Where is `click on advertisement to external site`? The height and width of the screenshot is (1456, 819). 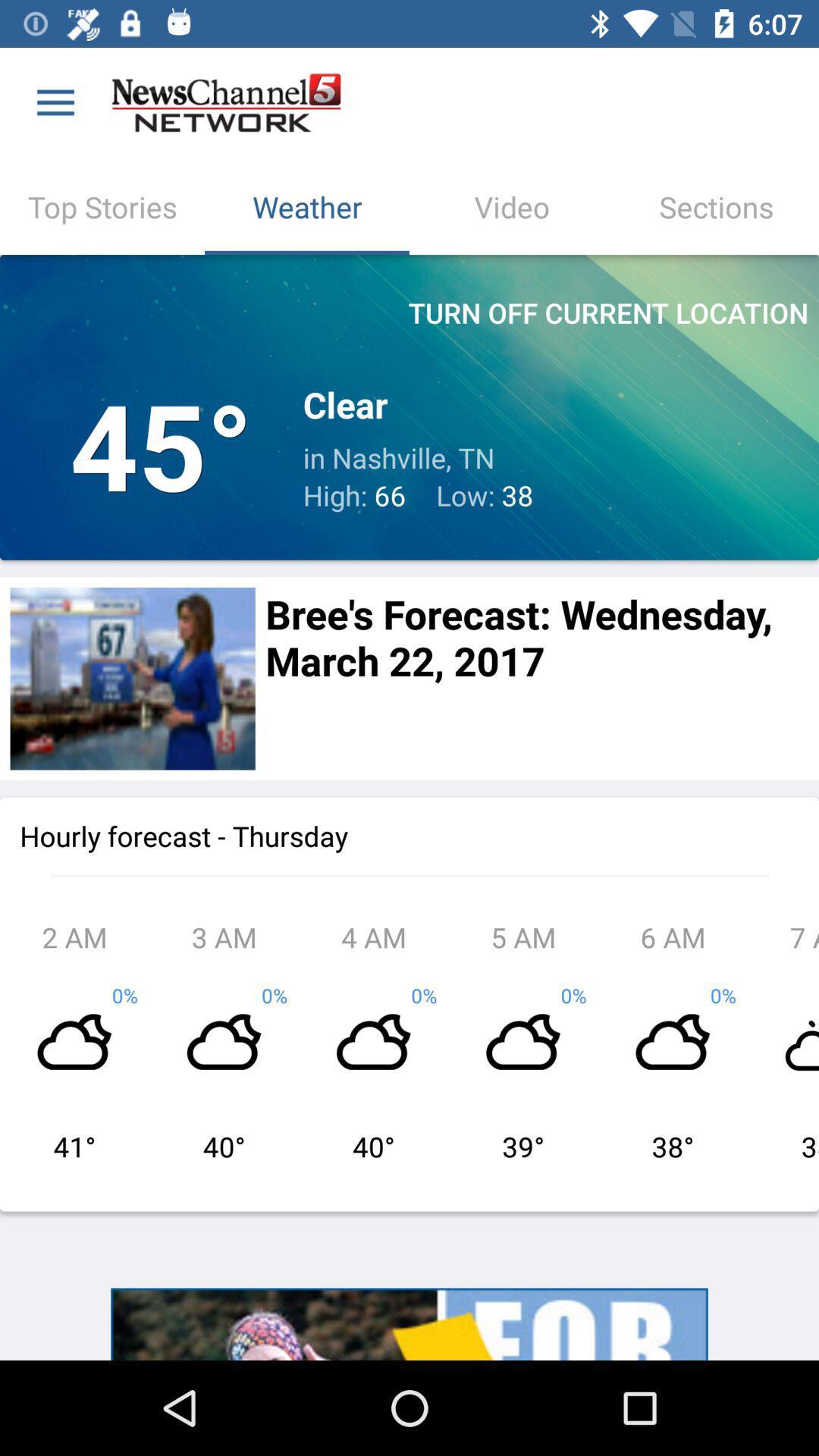
click on advertisement to external site is located at coordinates (409, 1323).